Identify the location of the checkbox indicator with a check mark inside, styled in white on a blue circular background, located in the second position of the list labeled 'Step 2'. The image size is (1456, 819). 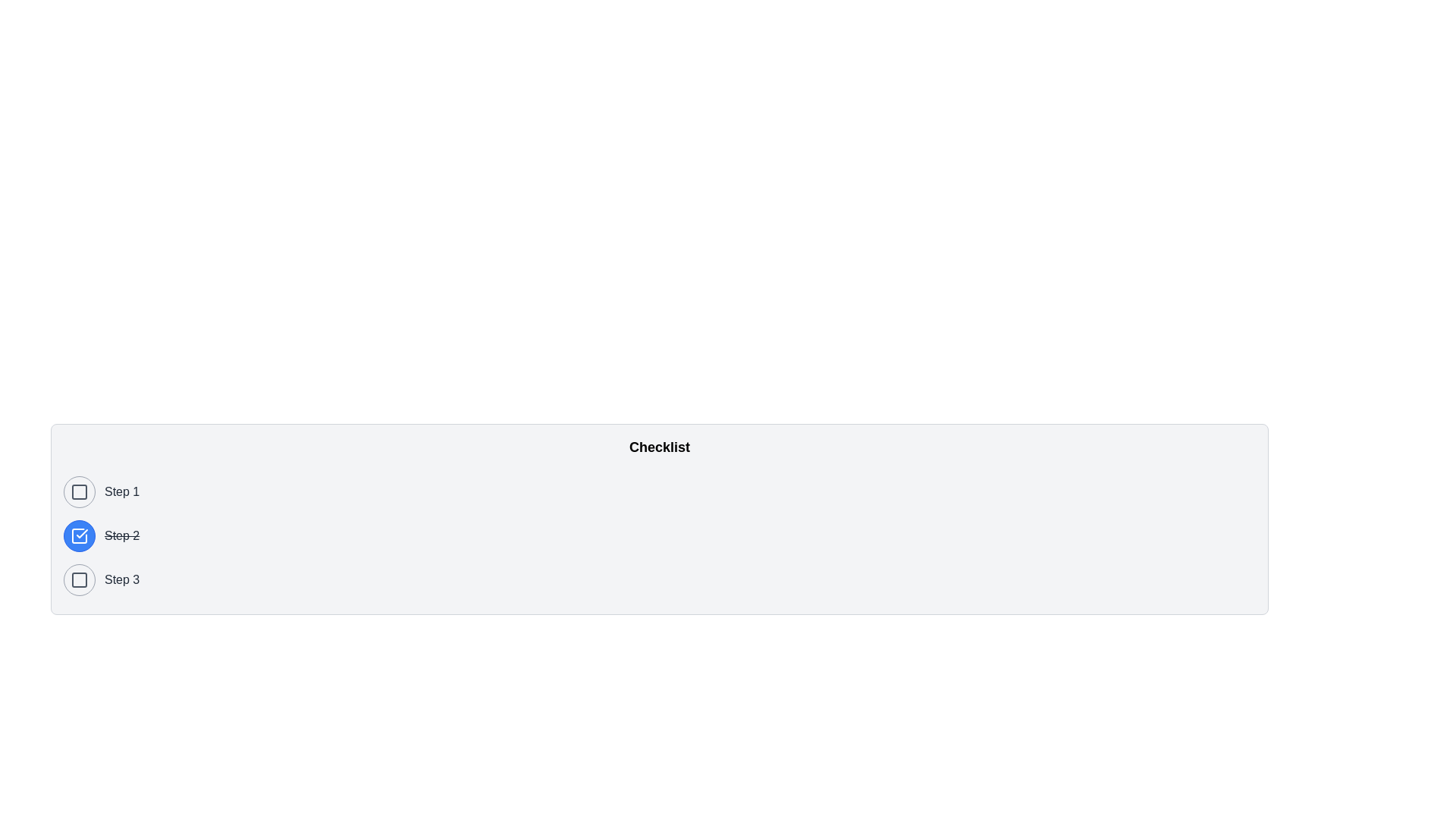
(79, 535).